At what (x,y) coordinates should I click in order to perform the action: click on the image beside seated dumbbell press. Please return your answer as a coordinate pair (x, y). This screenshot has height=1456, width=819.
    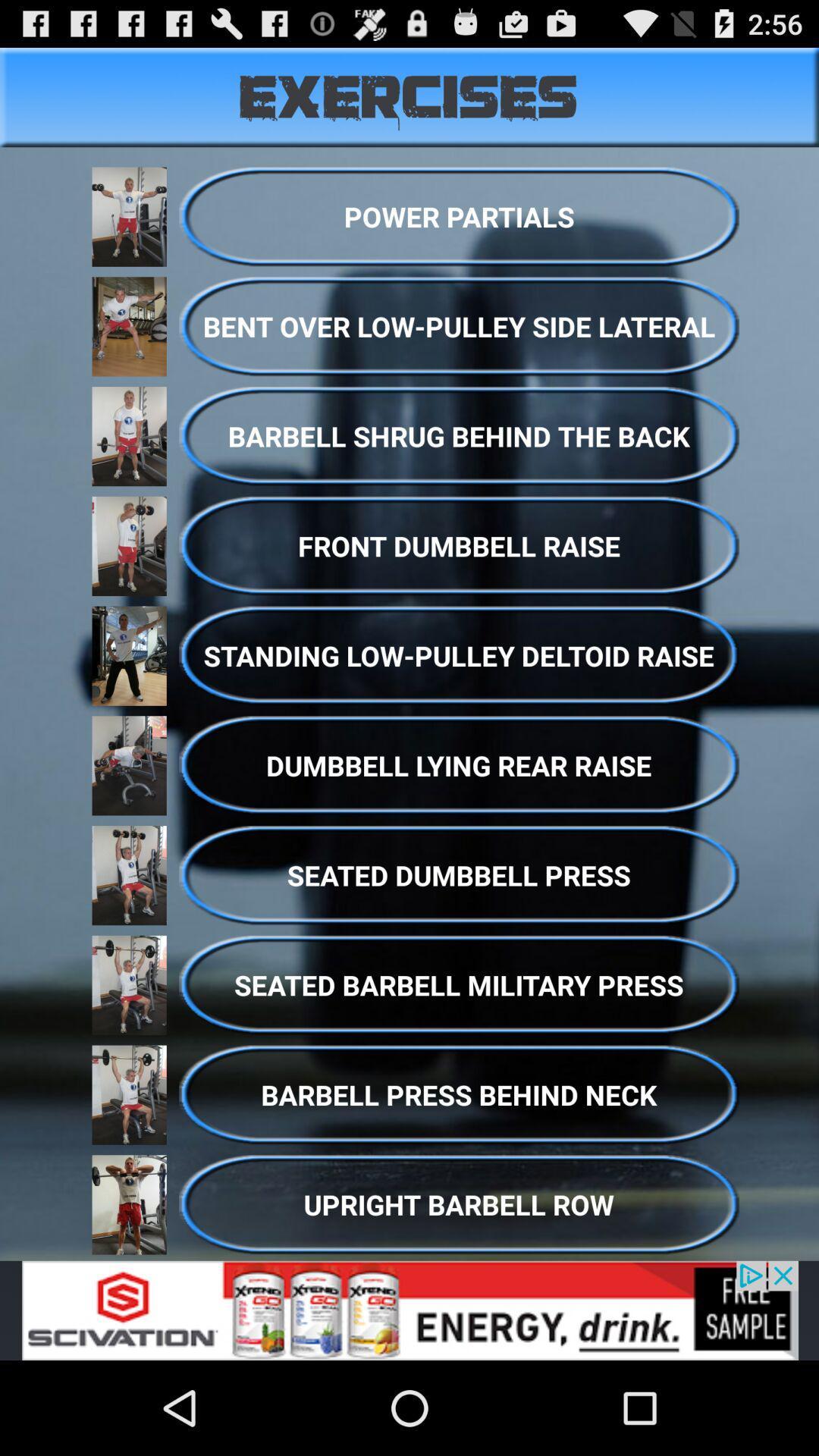
    Looking at the image, I should click on (128, 875).